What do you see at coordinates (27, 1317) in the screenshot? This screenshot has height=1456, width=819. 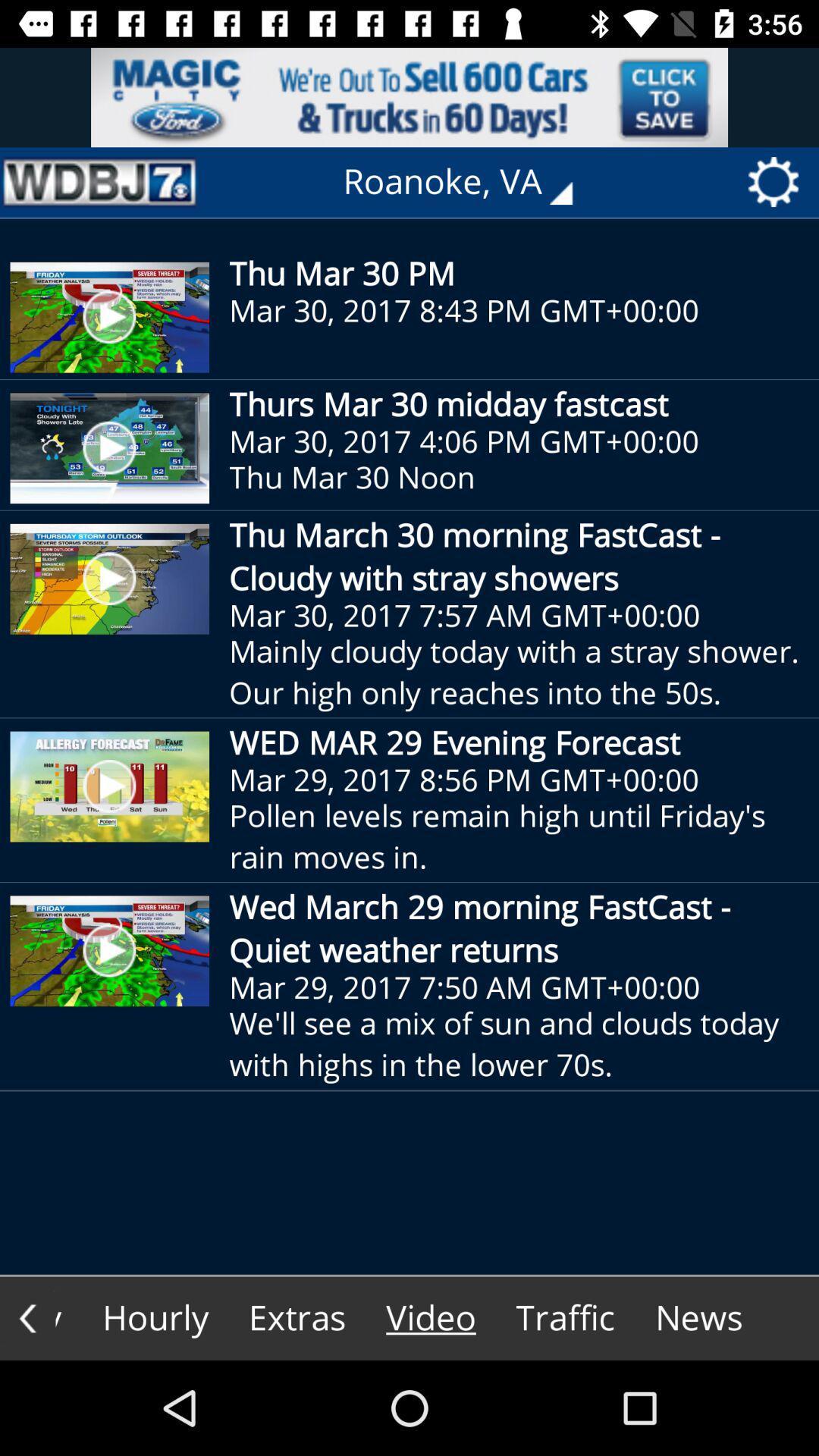 I see `go back` at bounding box center [27, 1317].